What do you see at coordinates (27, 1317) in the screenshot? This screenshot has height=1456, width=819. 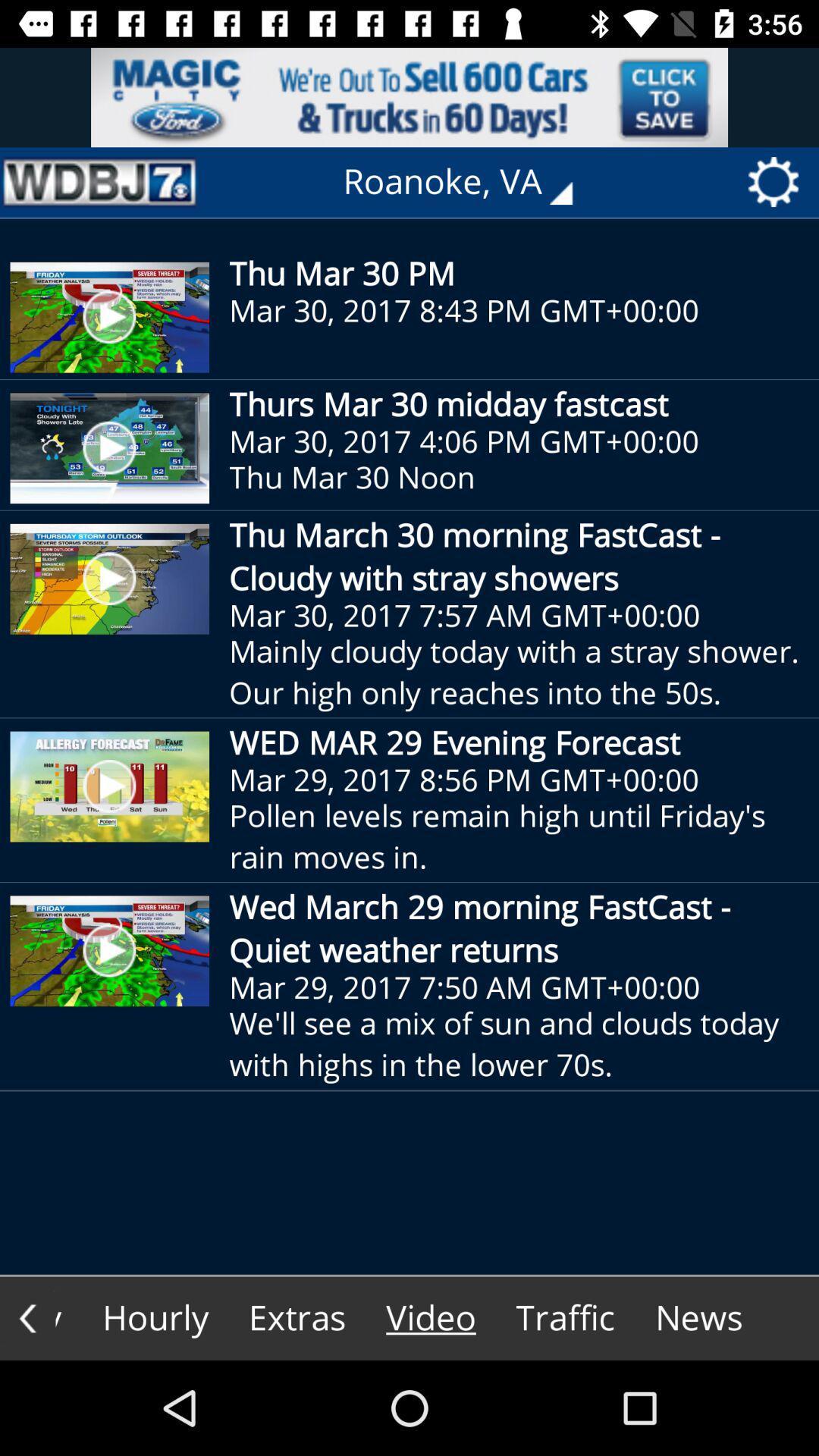 I see `go back` at bounding box center [27, 1317].